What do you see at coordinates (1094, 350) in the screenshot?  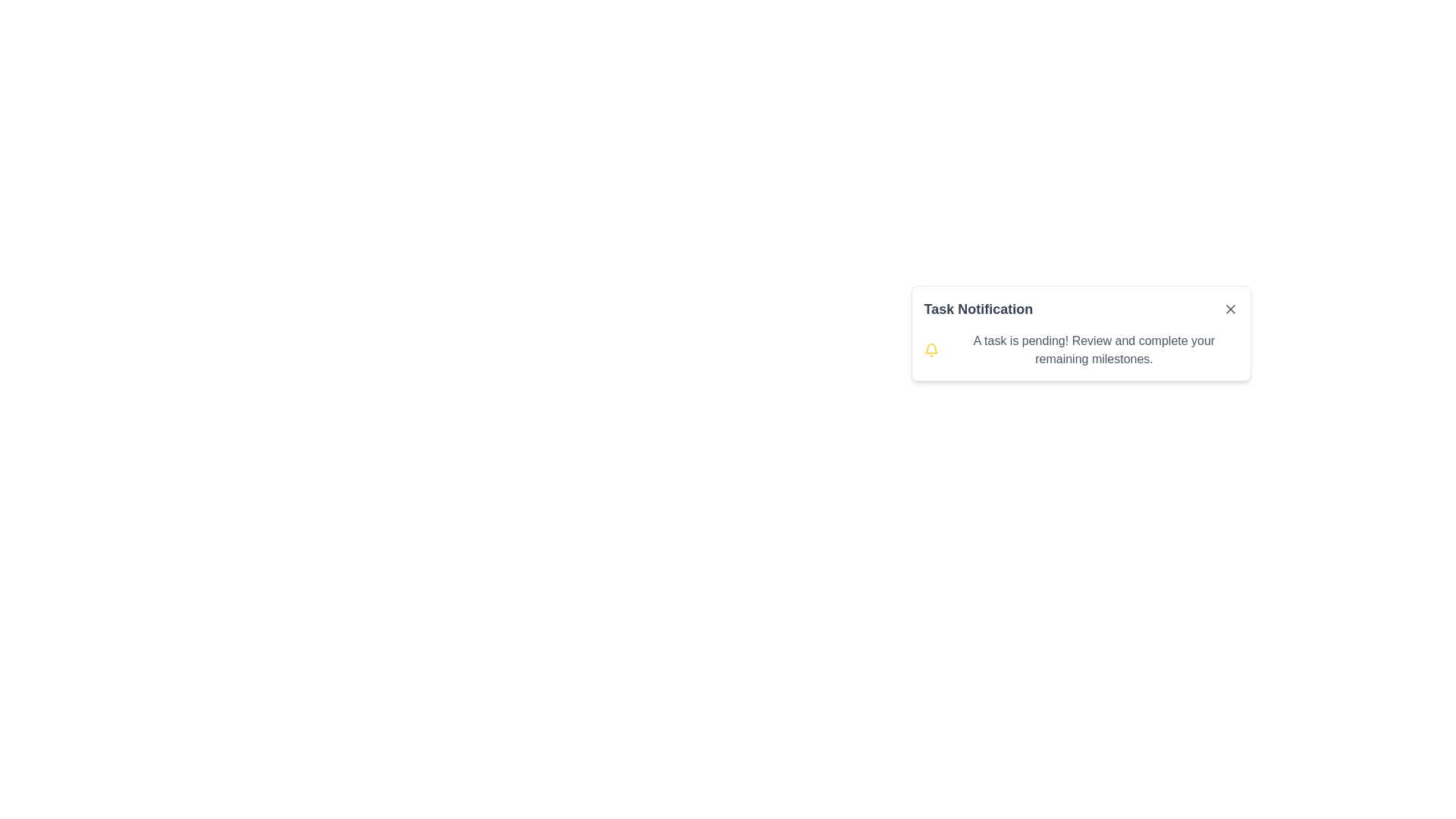 I see `message displayed in the text block that states 'A task is pending! Review and complete your remaining milestones.' which is styled with a gray font color and located to the right of a yellow bell icon in the 'Task Notification' box` at bounding box center [1094, 350].